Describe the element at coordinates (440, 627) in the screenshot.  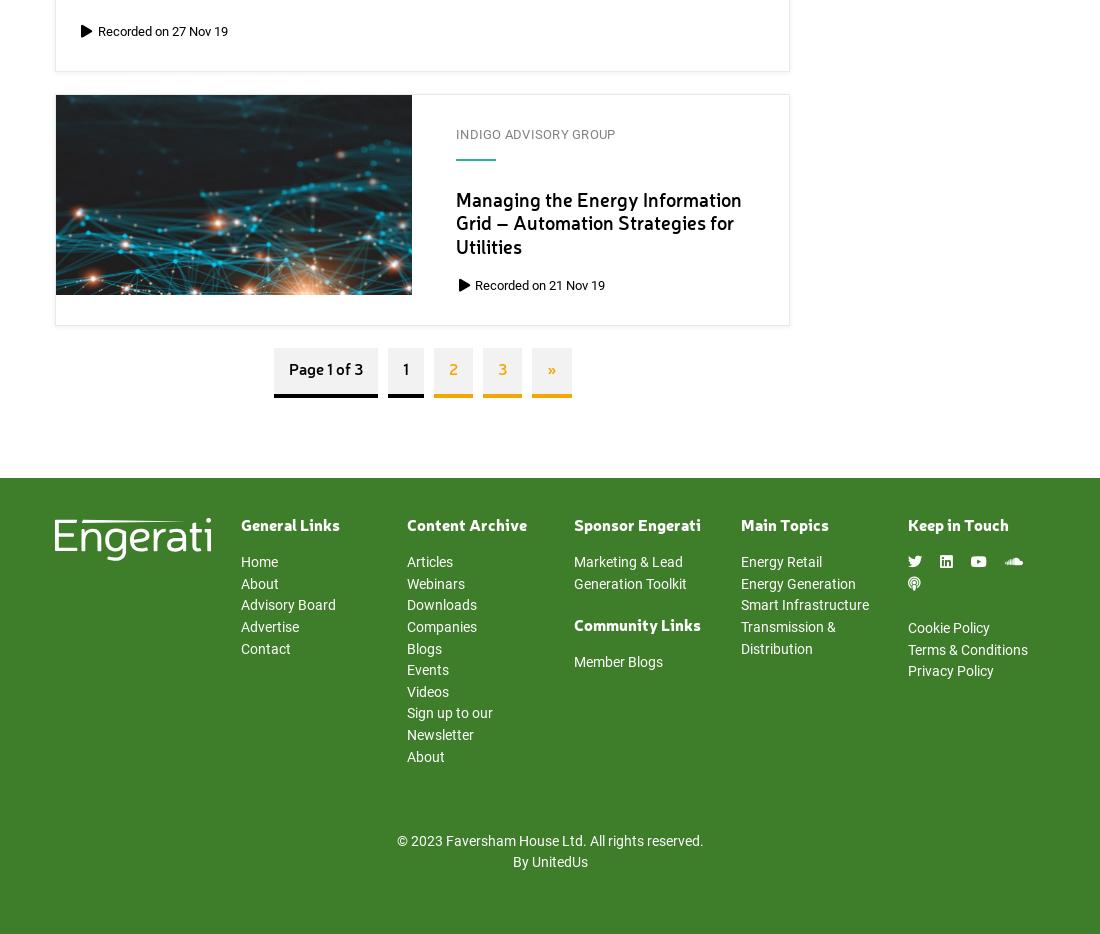
I see `'Companies'` at that location.